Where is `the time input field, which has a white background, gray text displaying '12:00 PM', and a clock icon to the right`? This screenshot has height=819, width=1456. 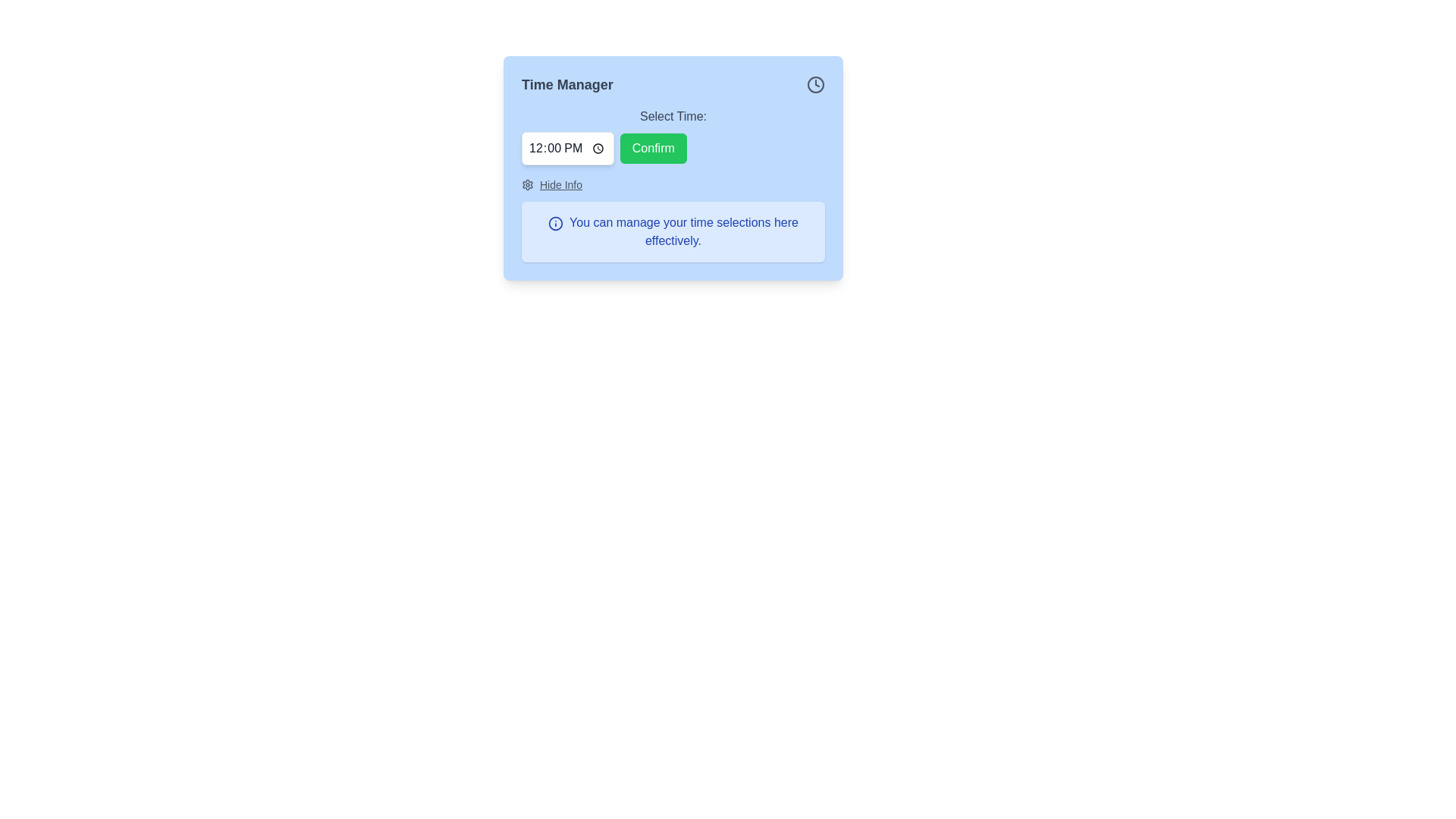 the time input field, which has a white background, gray text displaying '12:00 PM', and a clock icon to the right is located at coordinates (566, 149).